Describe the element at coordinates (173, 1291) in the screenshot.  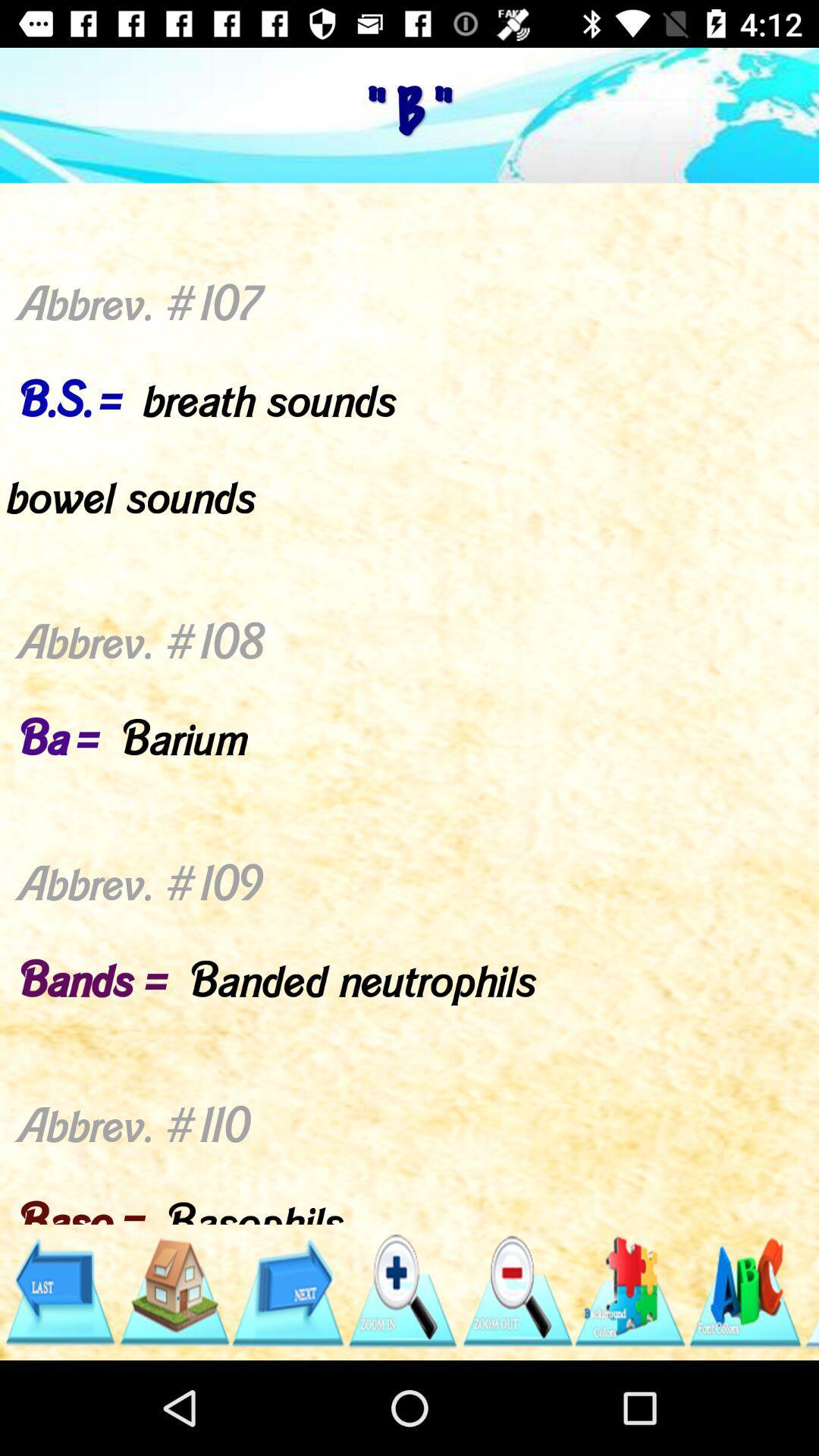
I see `brings to home screen` at that location.